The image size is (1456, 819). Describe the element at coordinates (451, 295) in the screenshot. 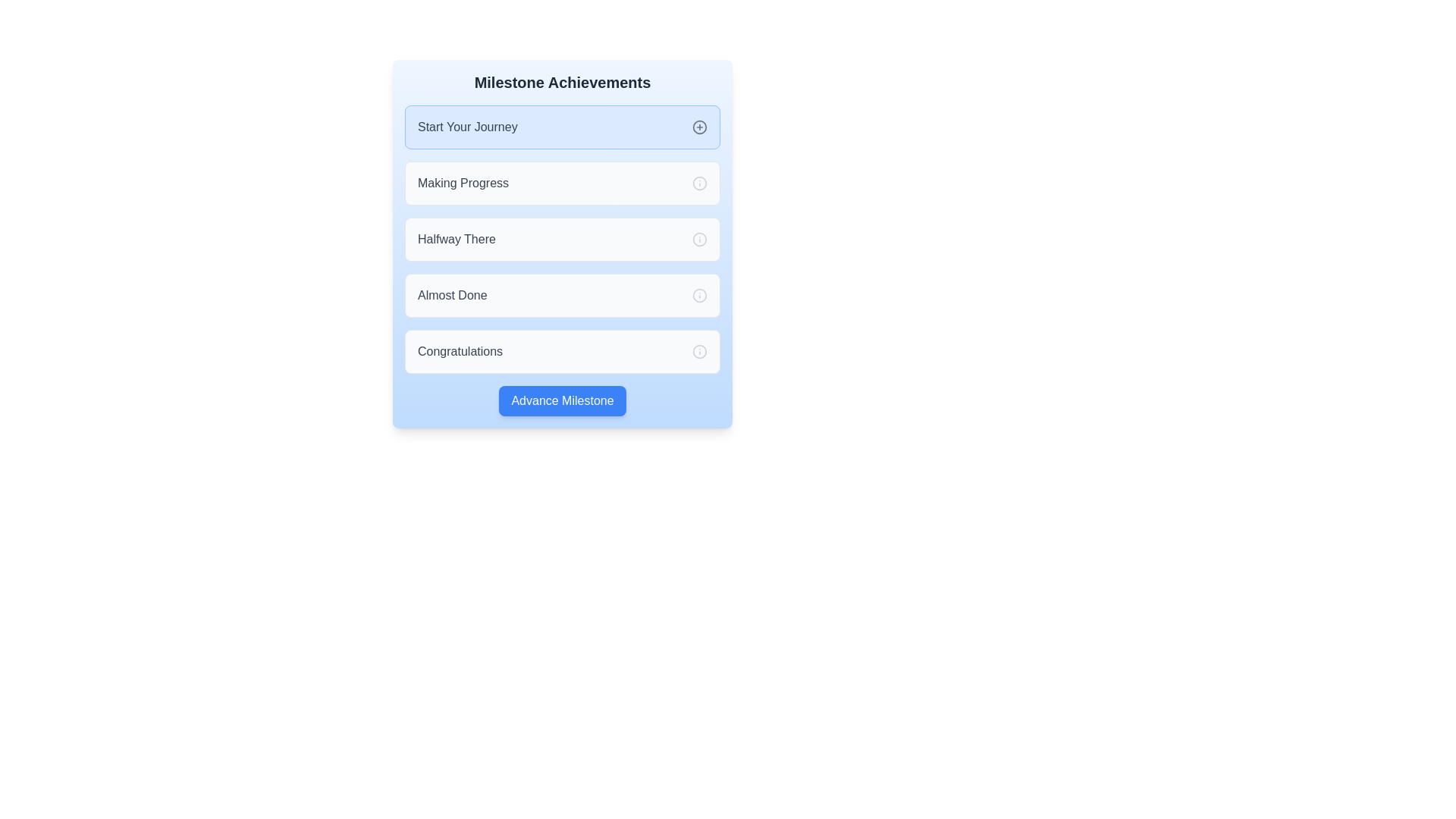

I see `the 'Almost Done' text label in the Milestone Achievements section, located below 'Halfway There' and above 'Congratulations'` at that location.